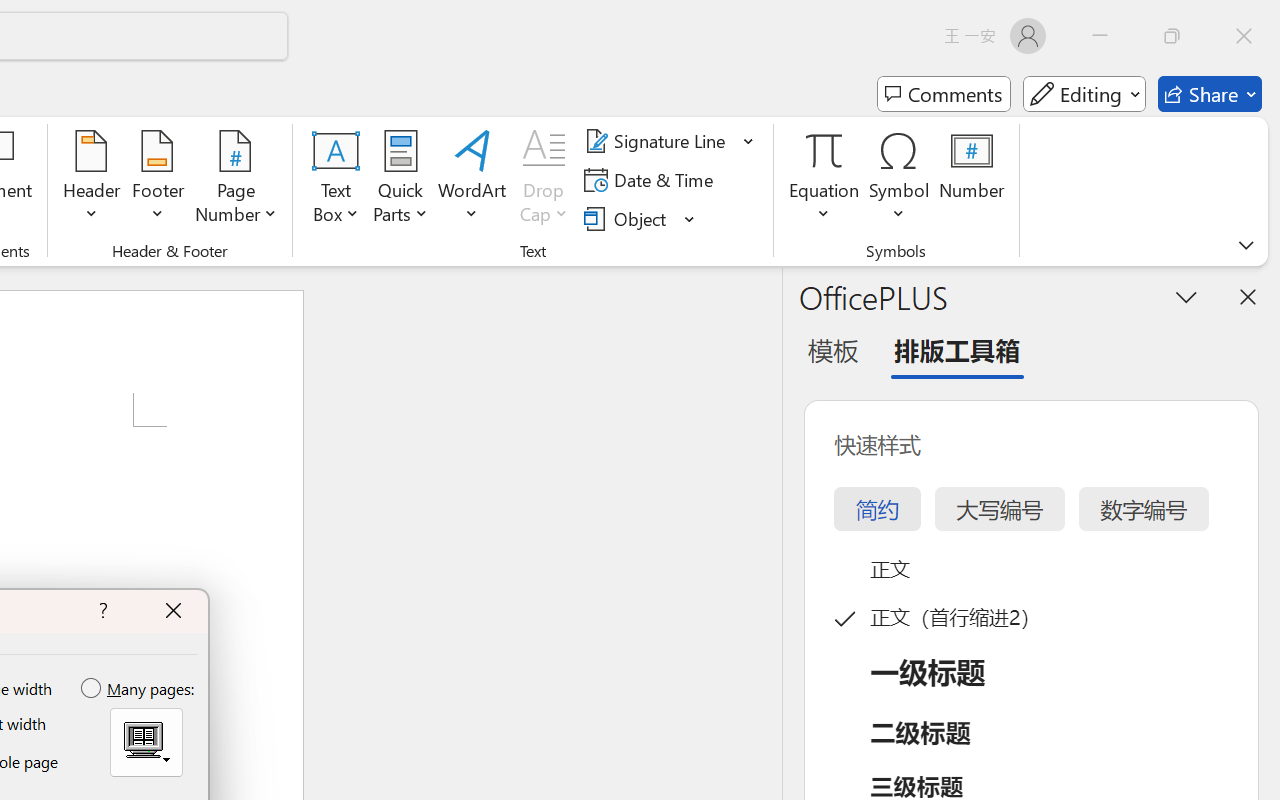 This screenshot has width=1280, height=800. I want to click on 'Signature Line', so click(670, 141).